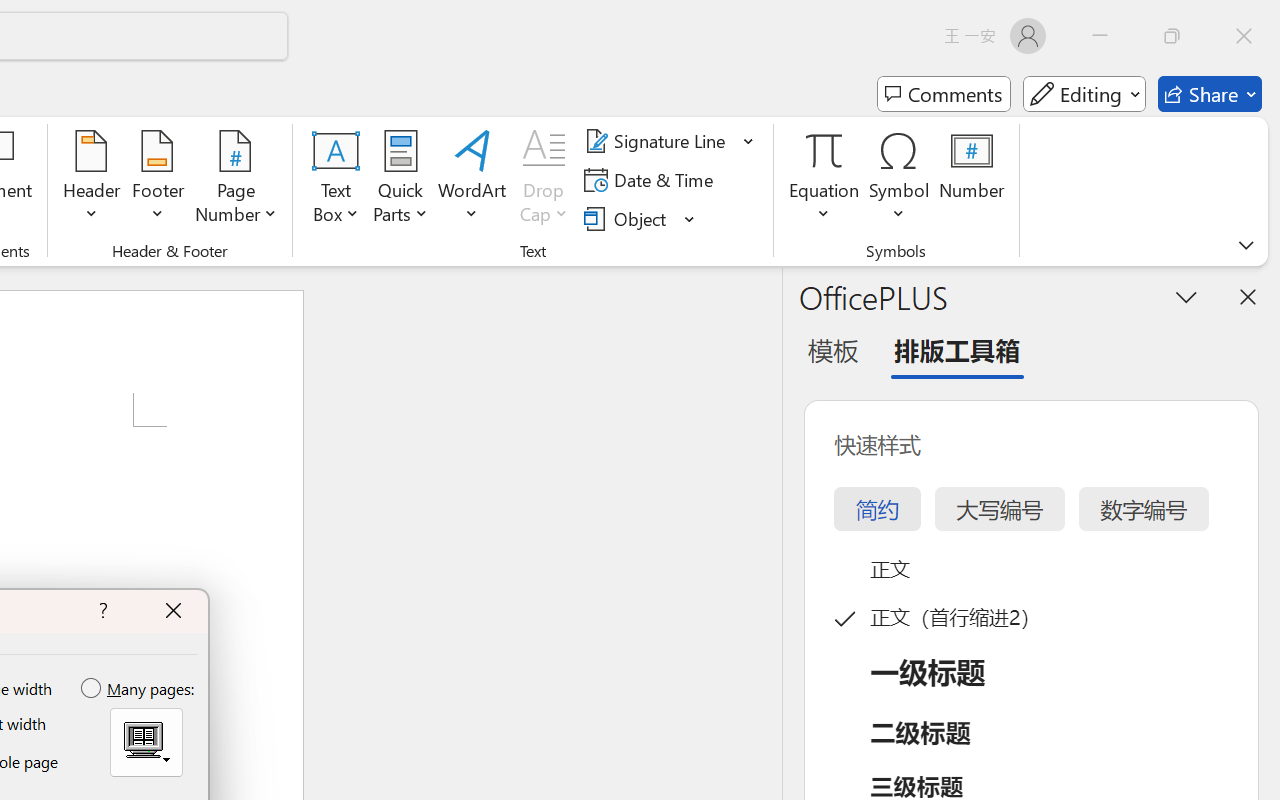 This screenshot has width=1280, height=800. I want to click on 'Signature Line', so click(670, 141).